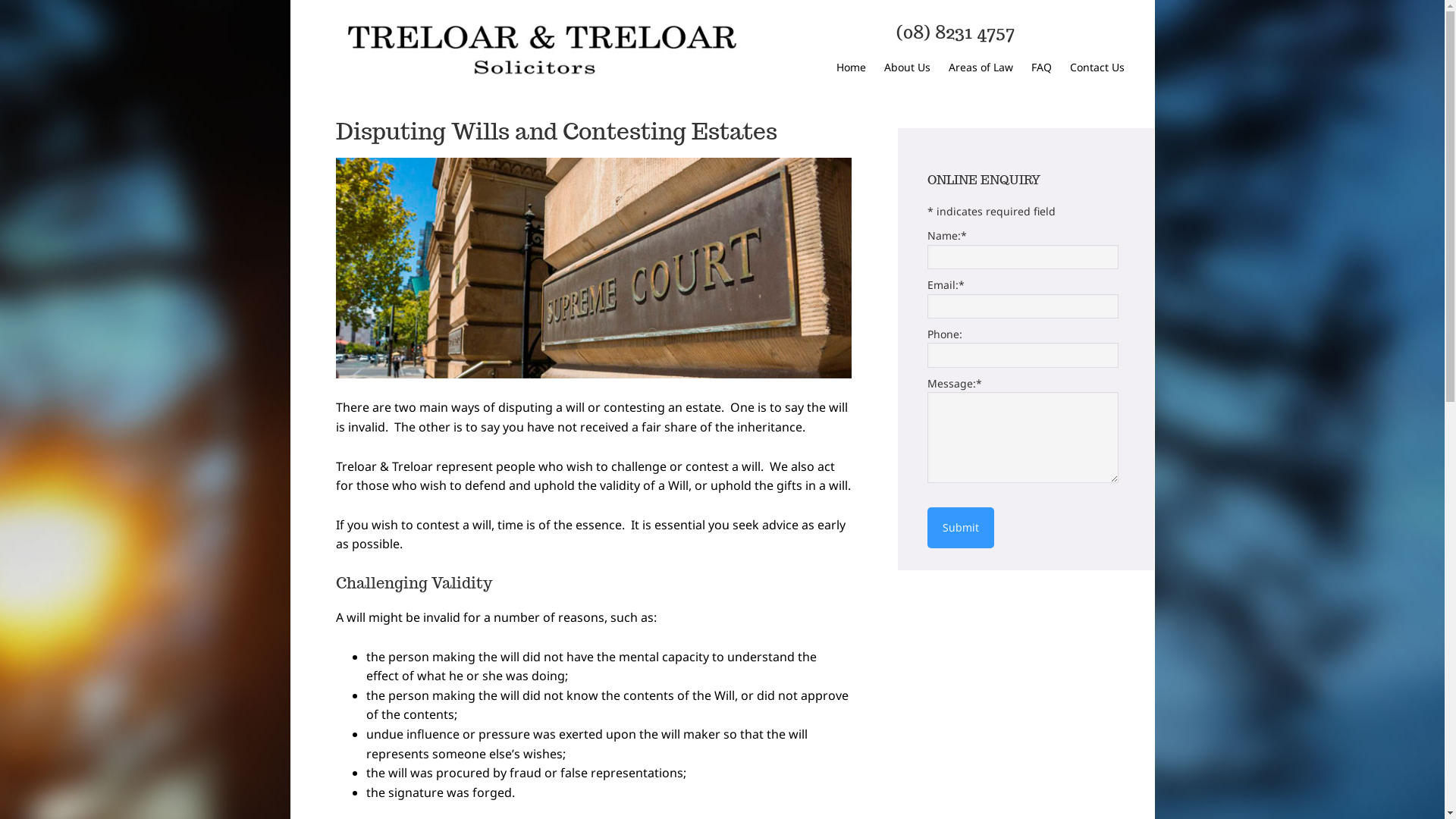 This screenshot has width=1456, height=819. I want to click on 'About Us', so click(907, 68).